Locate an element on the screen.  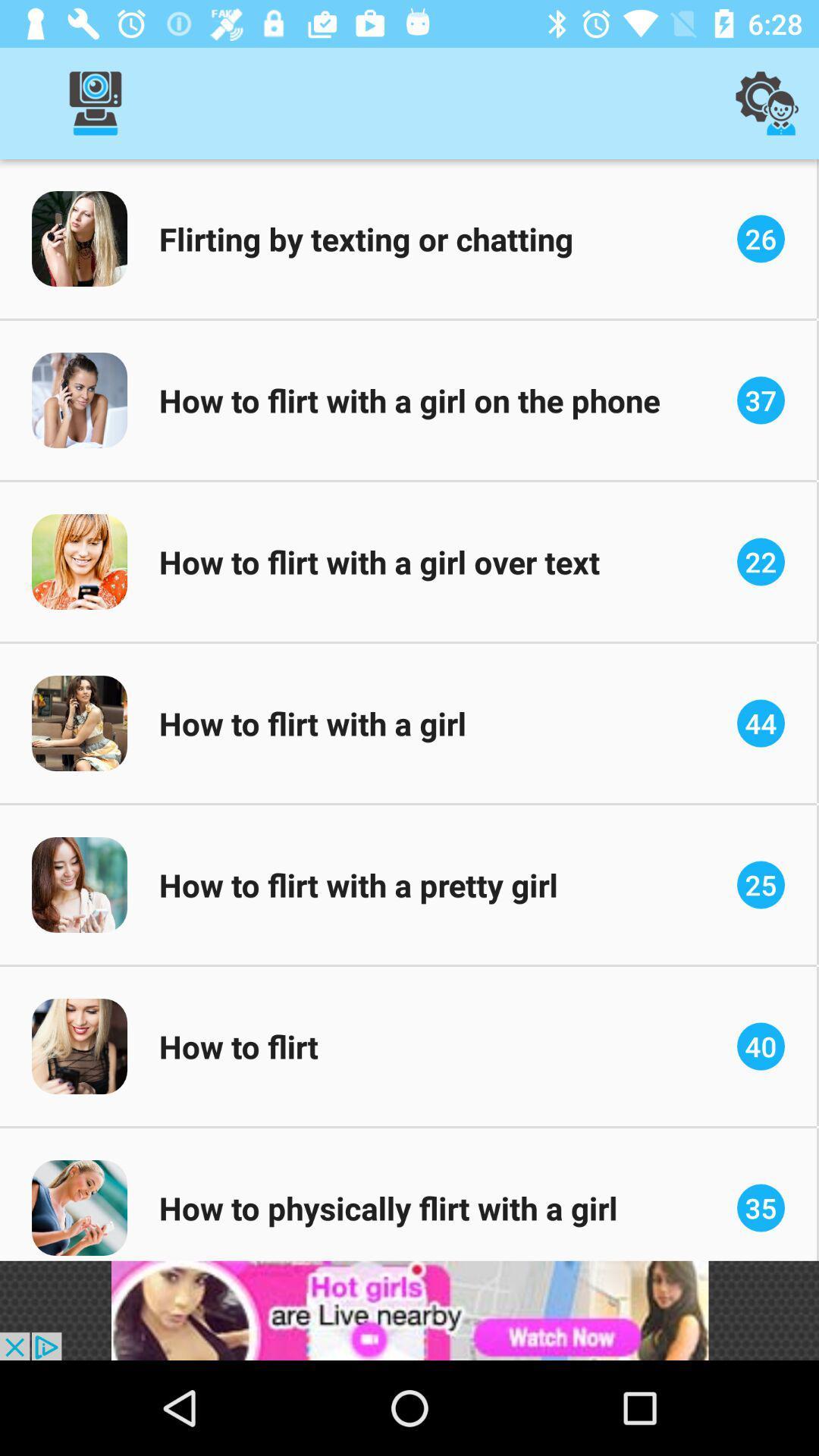
bottom left image is located at coordinates (79, 1207).